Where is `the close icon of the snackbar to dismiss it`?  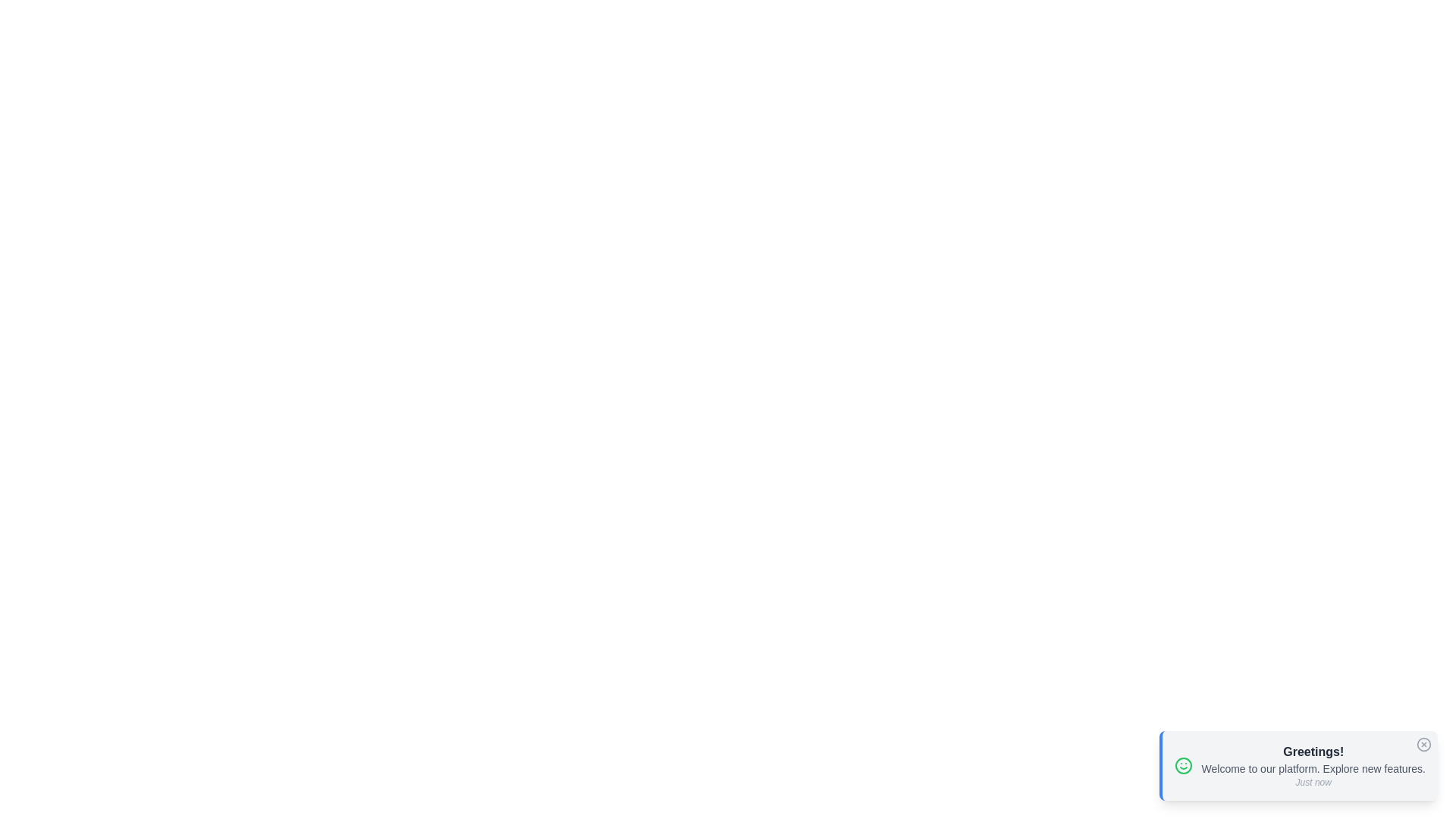
the close icon of the snackbar to dismiss it is located at coordinates (1423, 744).